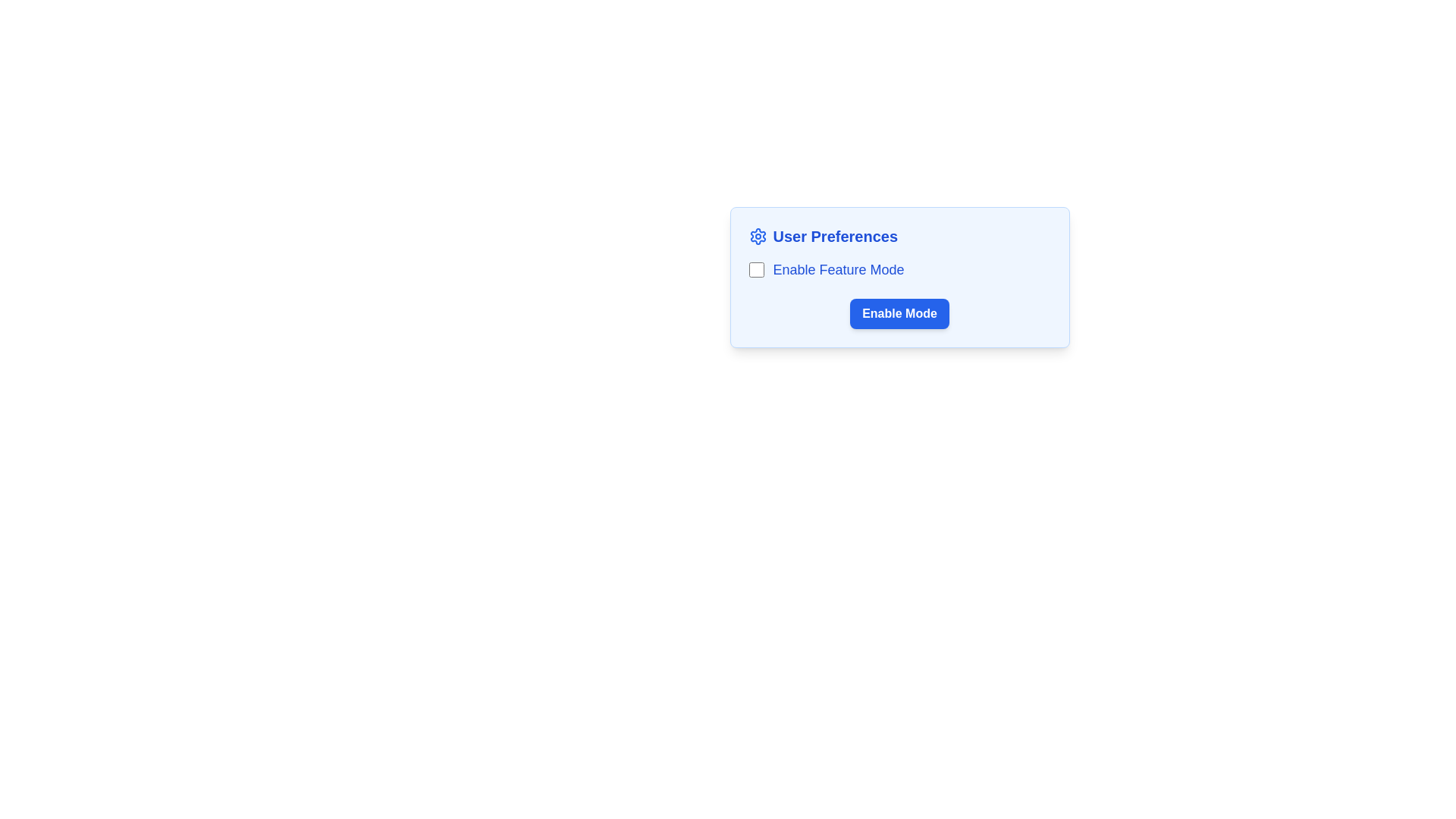 This screenshot has width=1456, height=819. Describe the element at coordinates (899, 268) in the screenshot. I see `the checkbox labeled 'Enable Feature Mode'` at that location.